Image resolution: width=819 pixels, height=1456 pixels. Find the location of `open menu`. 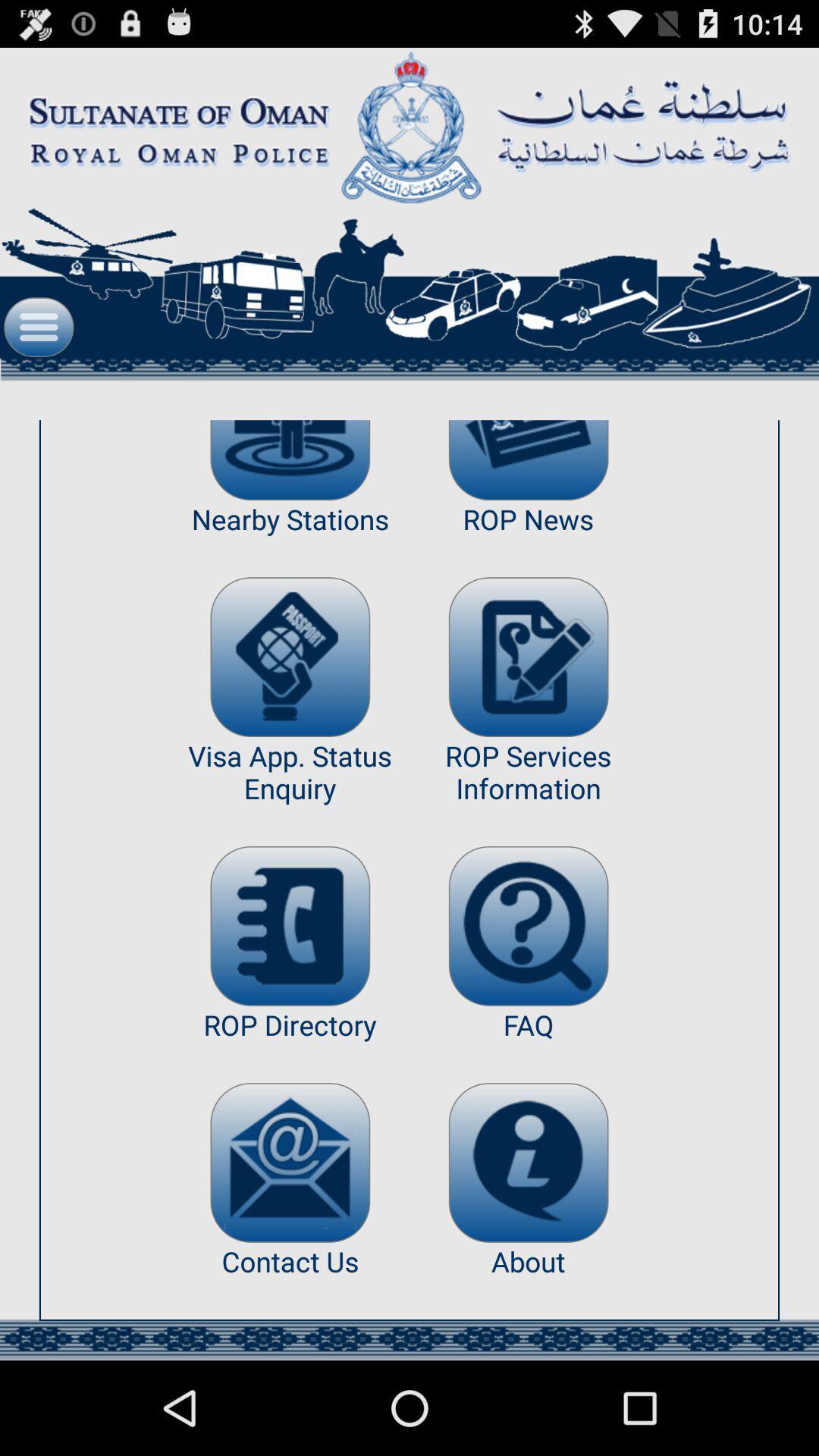

open menu is located at coordinates (38, 326).